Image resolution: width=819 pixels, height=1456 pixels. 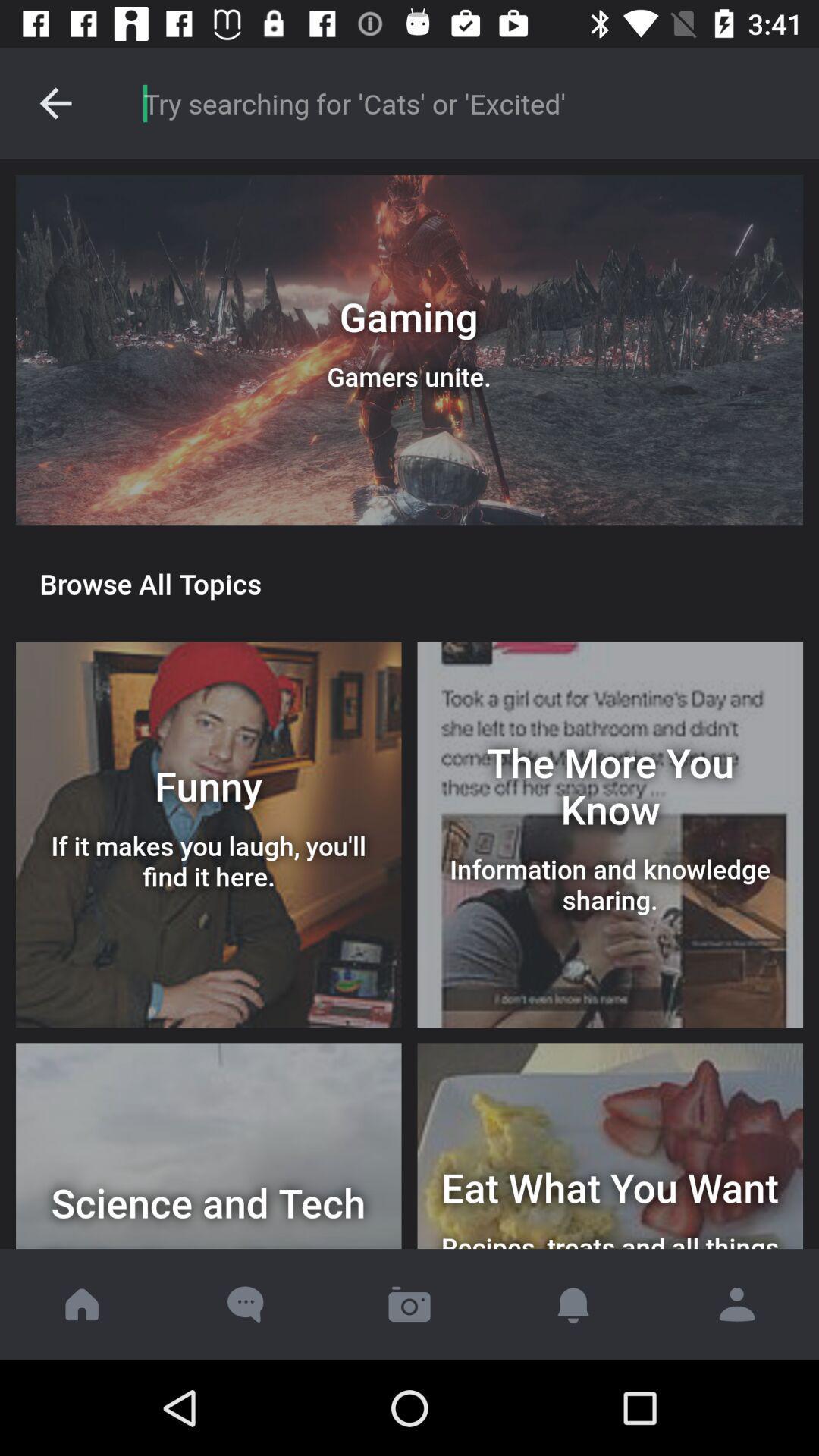 I want to click on search images, so click(x=464, y=102).